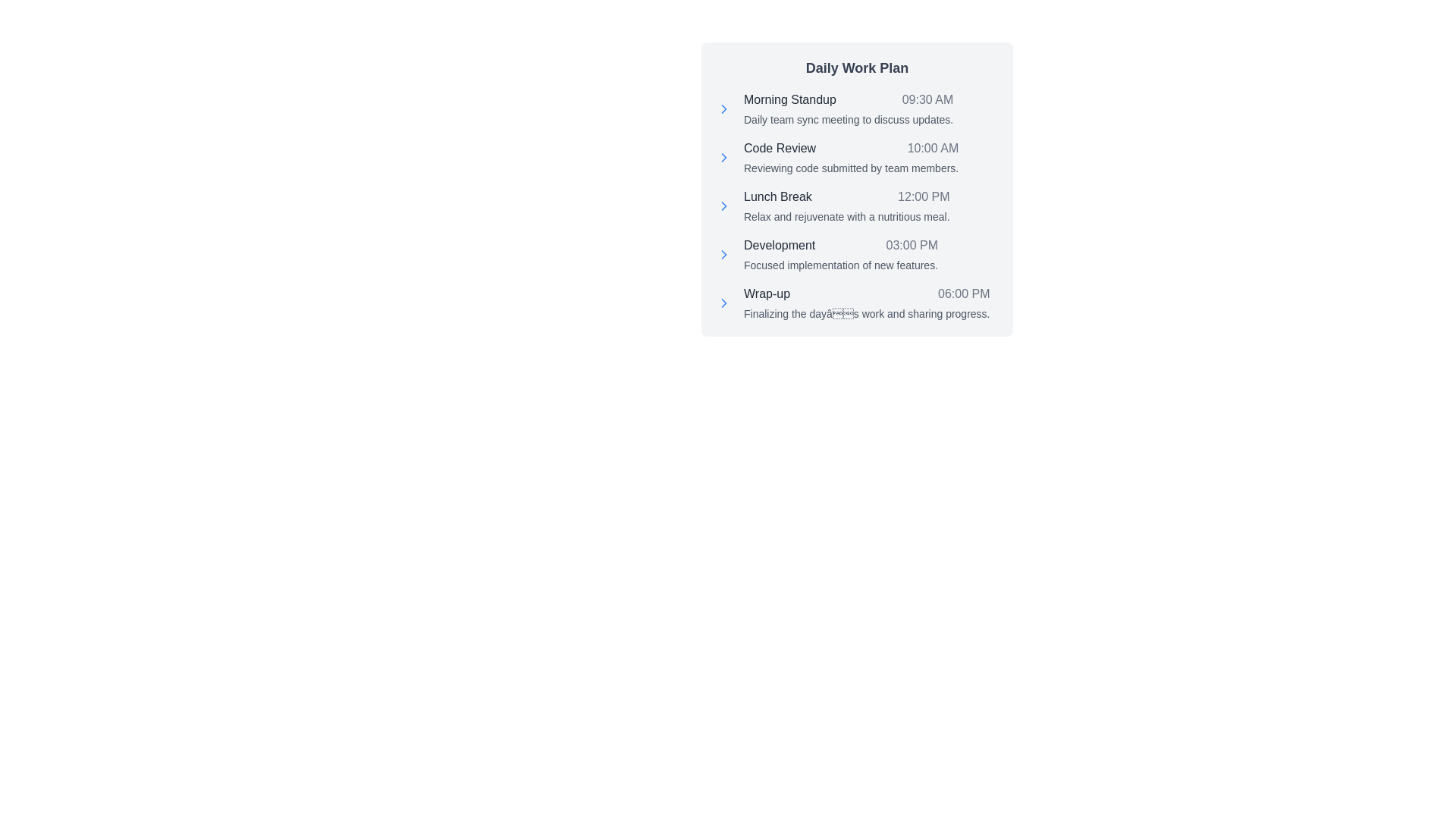 Image resolution: width=1456 pixels, height=819 pixels. Describe the element at coordinates (846, 216) in the screenshot. I see `the descriptive text element located below the 'Lunch Break' and '12:00 PM' text elements, which provides additional details about the scheduled activity` at that location.